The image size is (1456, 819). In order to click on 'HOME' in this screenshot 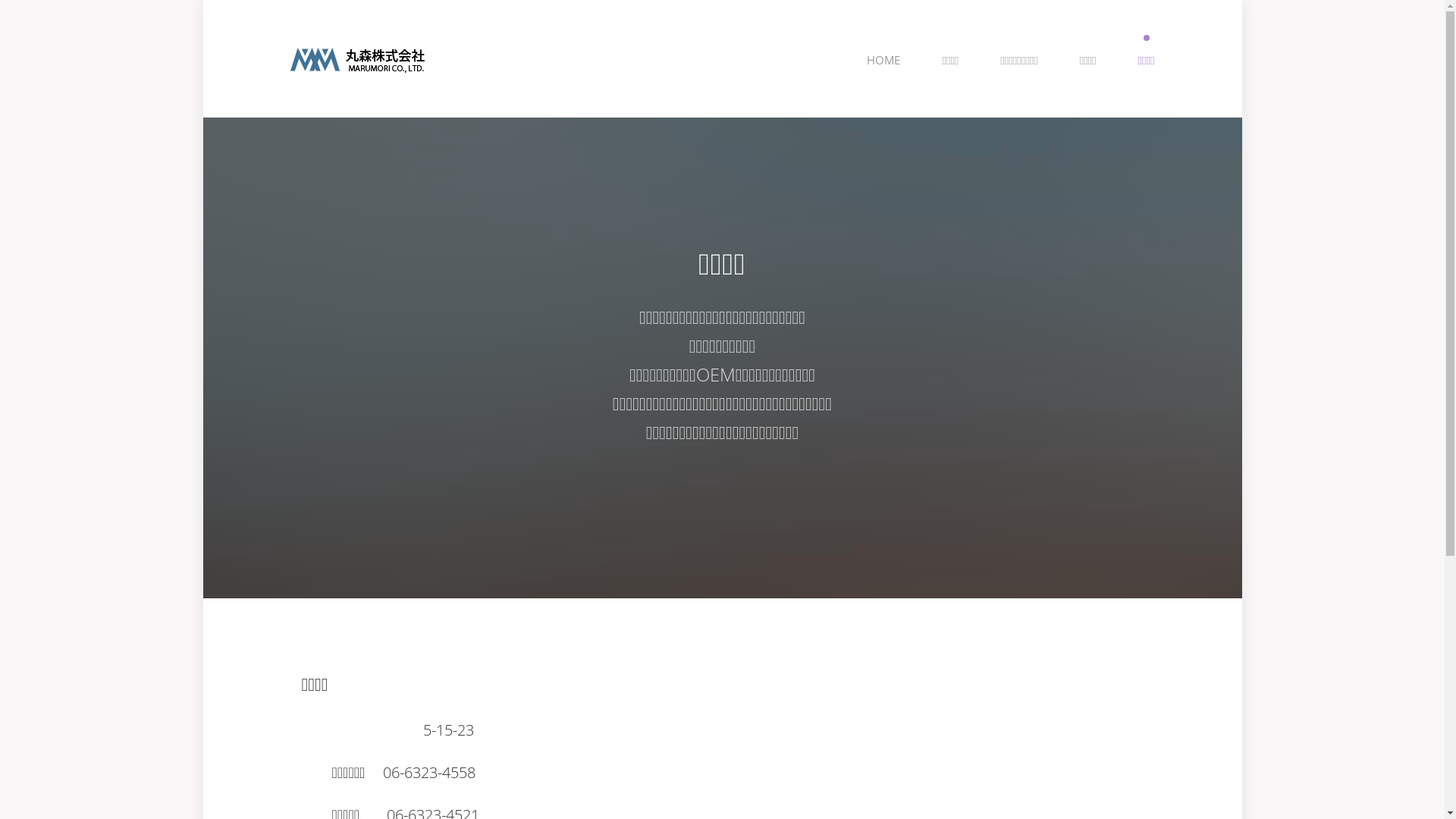, I will do `click(866, 59)`.